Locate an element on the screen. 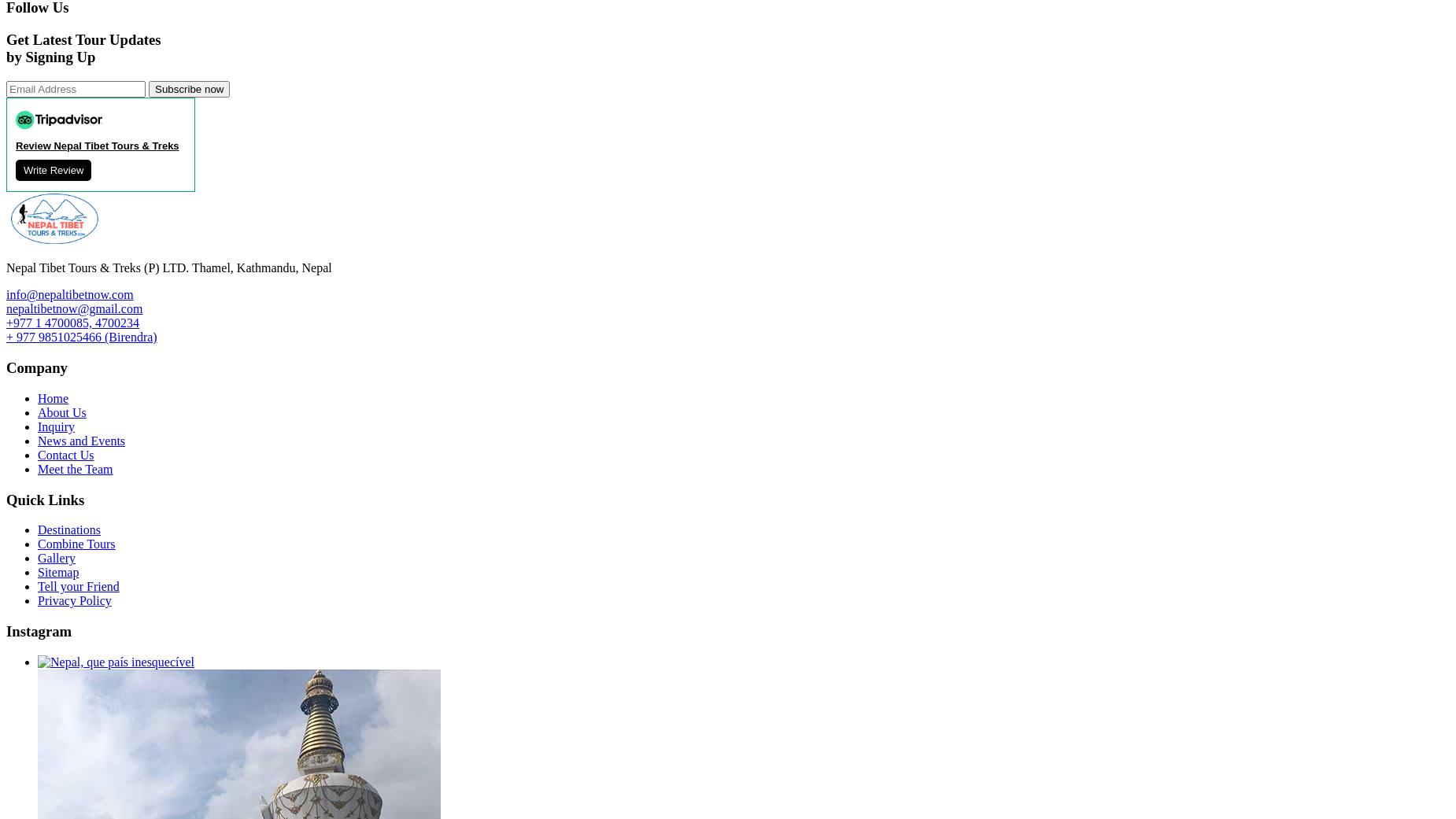 The width and height of the screenshot is (1456, 819). 'Instagram' is located at coordinates (5, 630).